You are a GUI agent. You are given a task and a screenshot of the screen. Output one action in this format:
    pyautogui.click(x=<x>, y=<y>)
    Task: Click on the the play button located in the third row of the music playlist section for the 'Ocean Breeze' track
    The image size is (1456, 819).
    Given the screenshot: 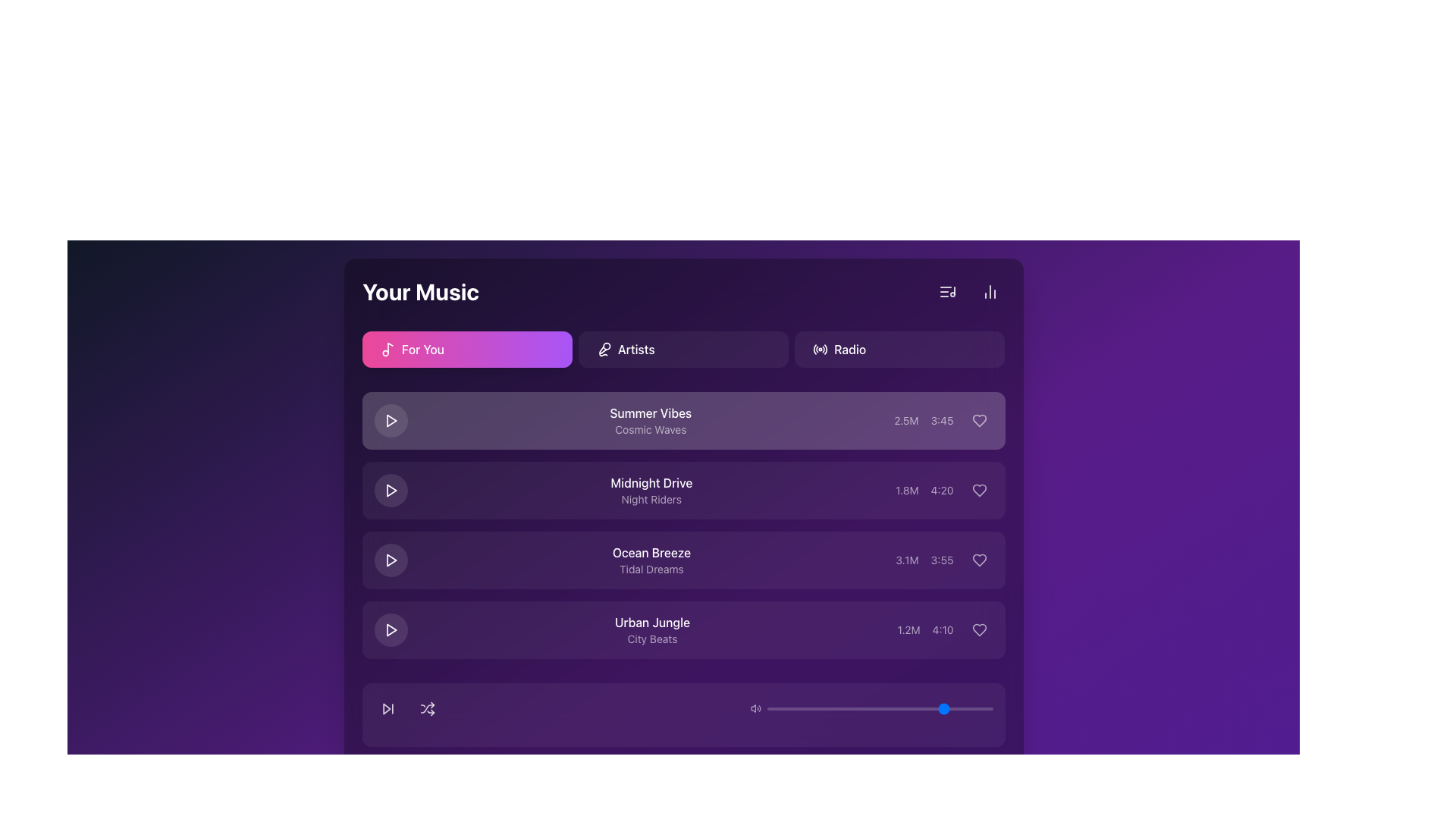 What is the action you would take?
    pyautogui.click(x=391, y=560)
    